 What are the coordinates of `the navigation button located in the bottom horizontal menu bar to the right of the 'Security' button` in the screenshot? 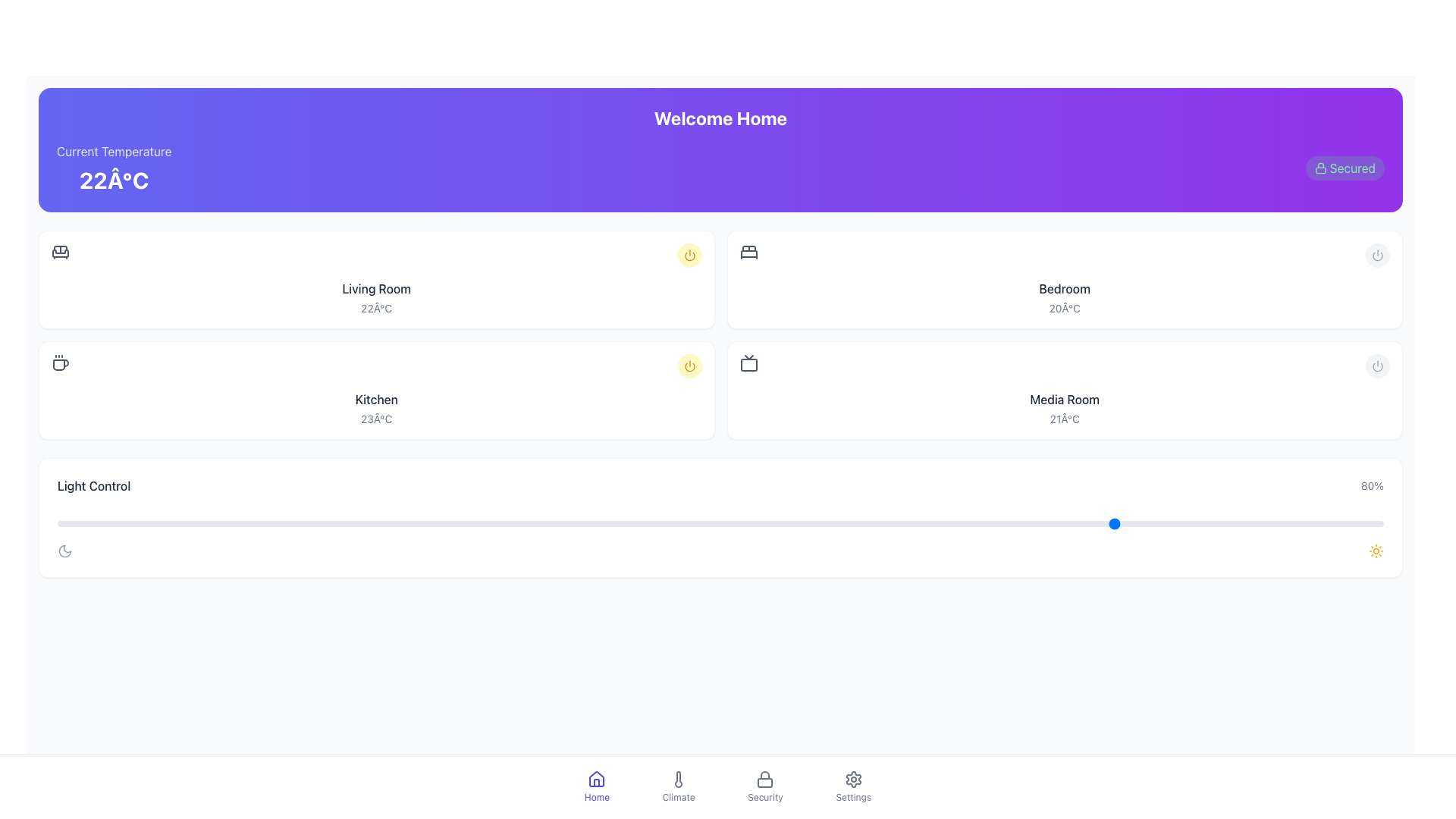 It's located at (853, 786).